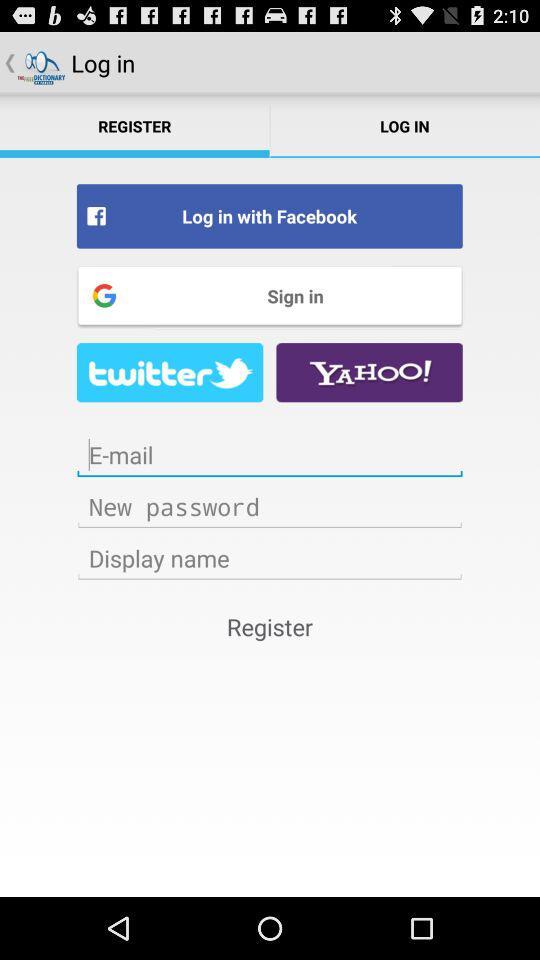  Describe the element at coordinates (270, 455) in the screenshot. I see `screen button` at that location.